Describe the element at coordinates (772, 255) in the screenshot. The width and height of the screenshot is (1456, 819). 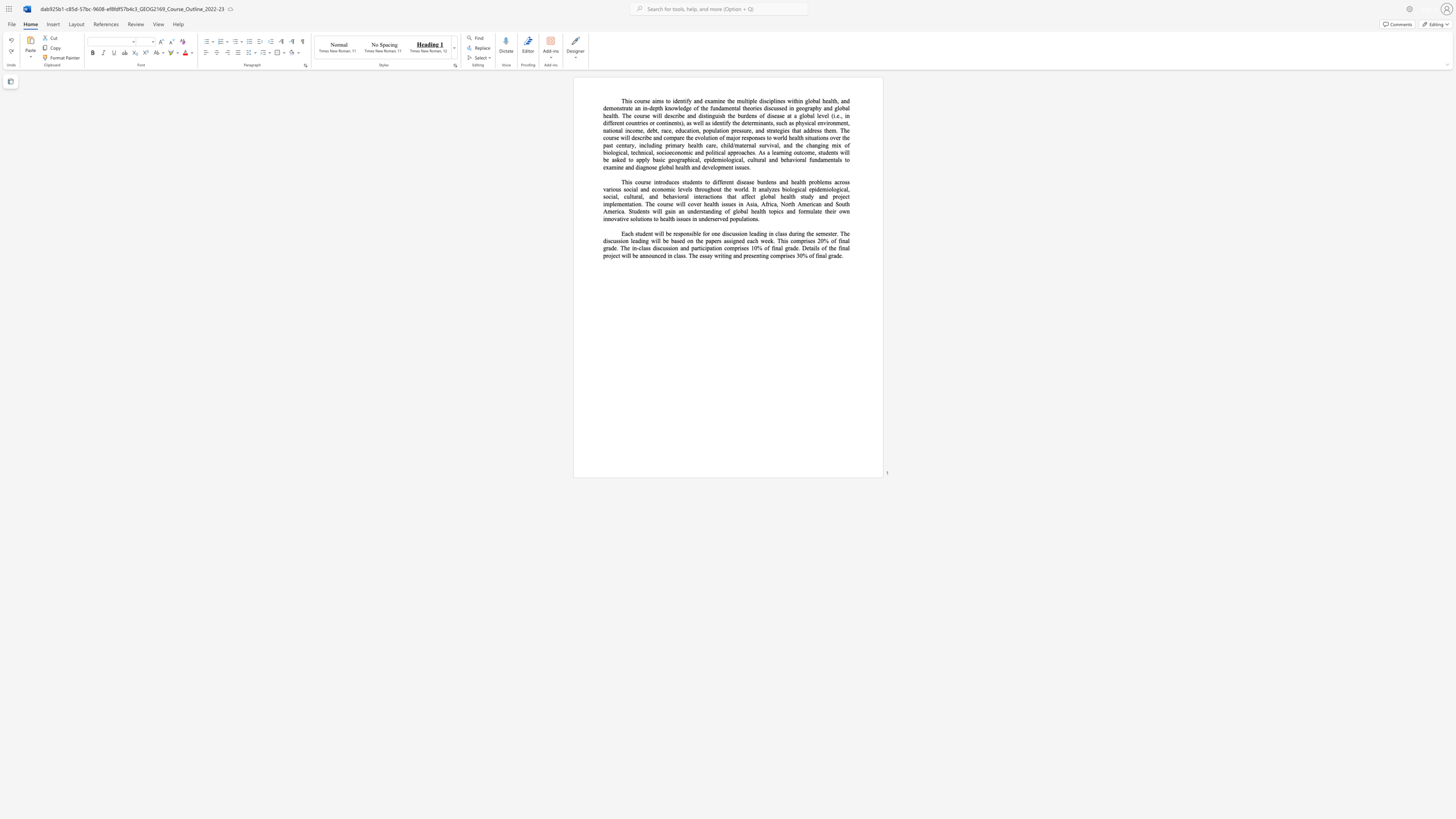
I see `the subset text "omprises 30% of final" within the text "project will be announced in class. The essay writing and presenting comprises 30% of final grade."` at that location.